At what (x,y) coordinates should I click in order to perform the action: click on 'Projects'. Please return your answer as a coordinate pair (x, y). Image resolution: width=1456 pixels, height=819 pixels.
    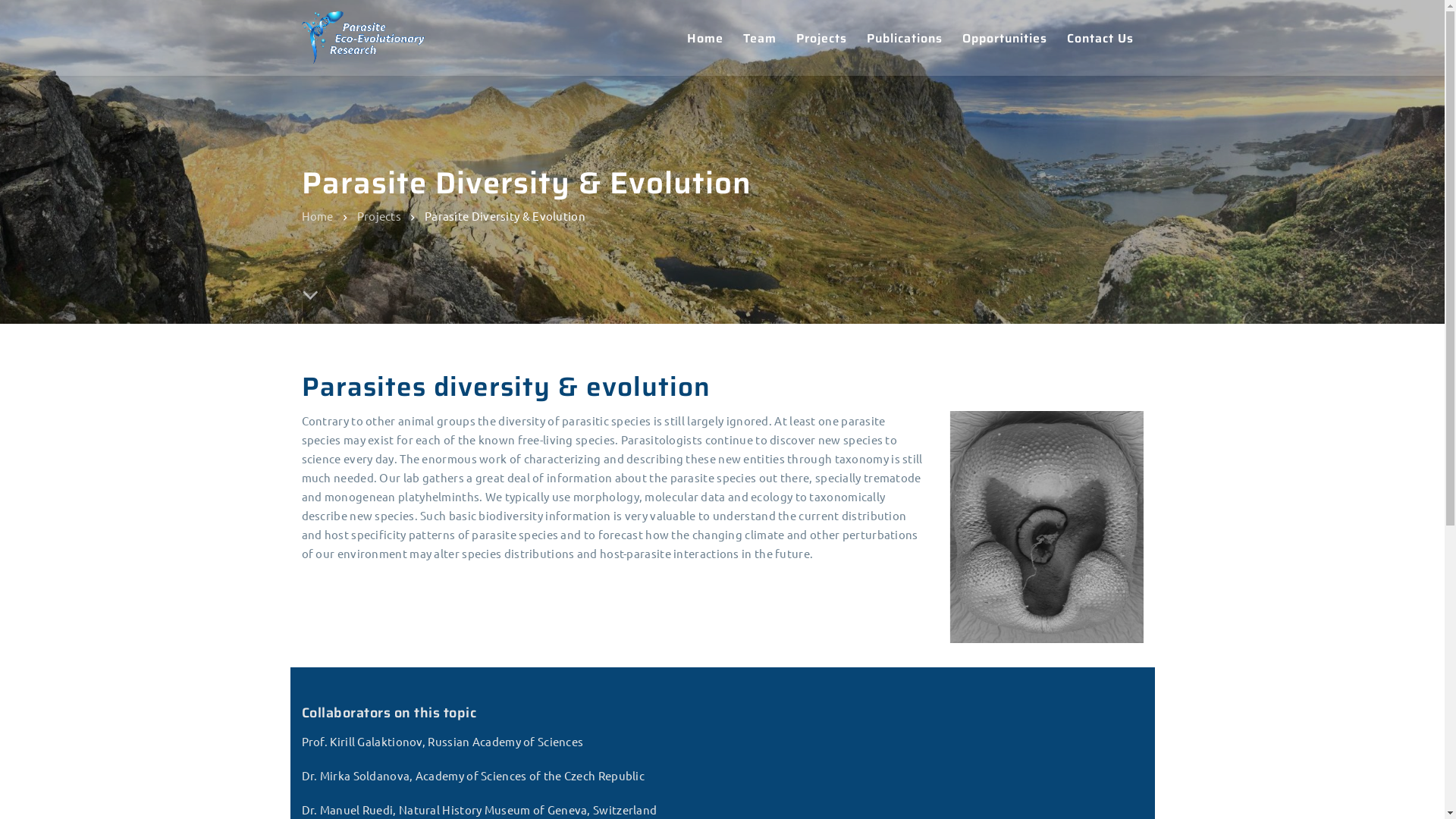
    Looking at the image, I should click on (356, 215).